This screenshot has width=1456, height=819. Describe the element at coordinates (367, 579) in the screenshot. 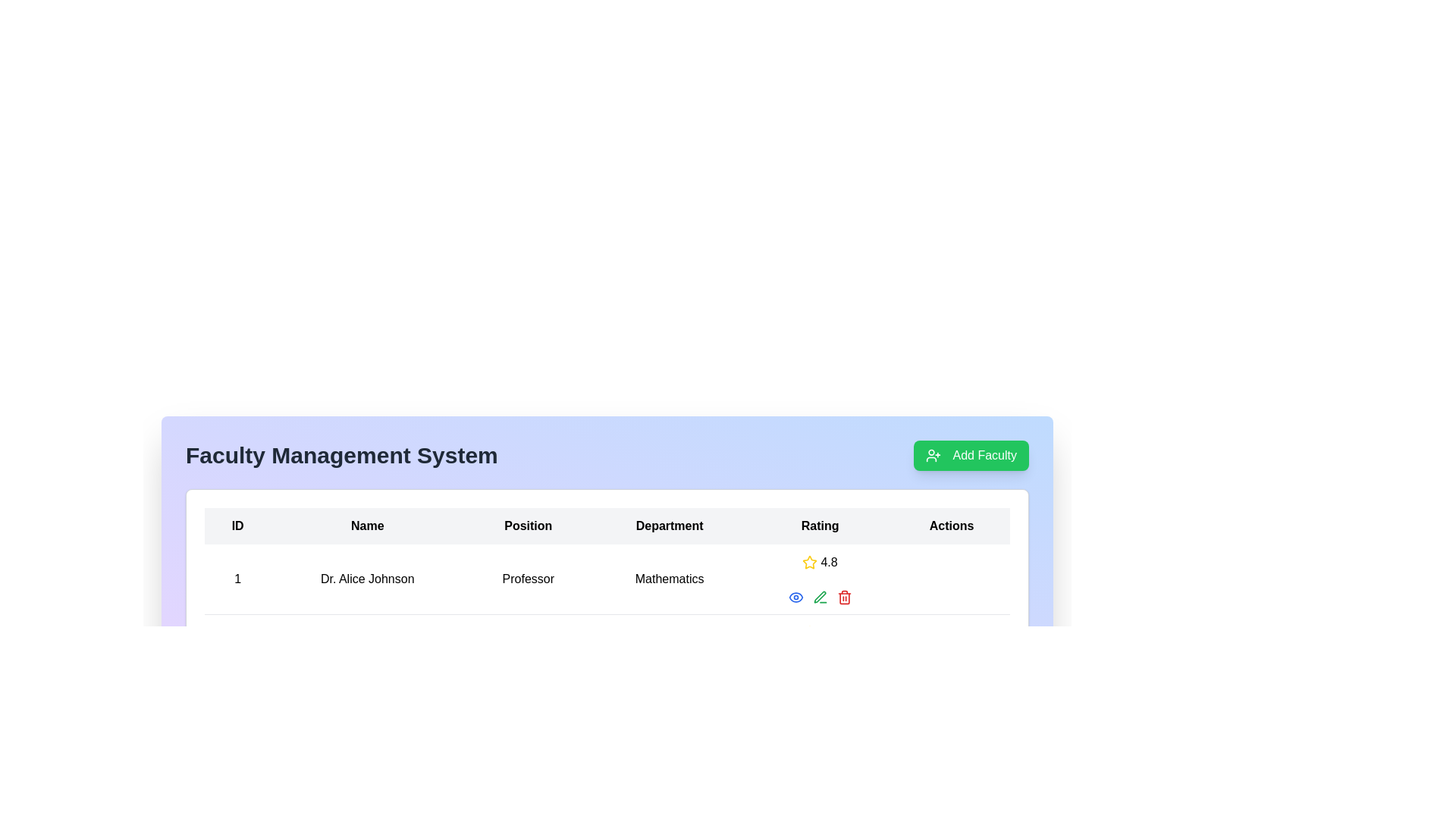

I see `the text displaying 'Dr. Alice Johnson' in bold font, located in the 'Name' column of the table, positioned between 'ID: 1' and 'Position: Professor'` at that location.